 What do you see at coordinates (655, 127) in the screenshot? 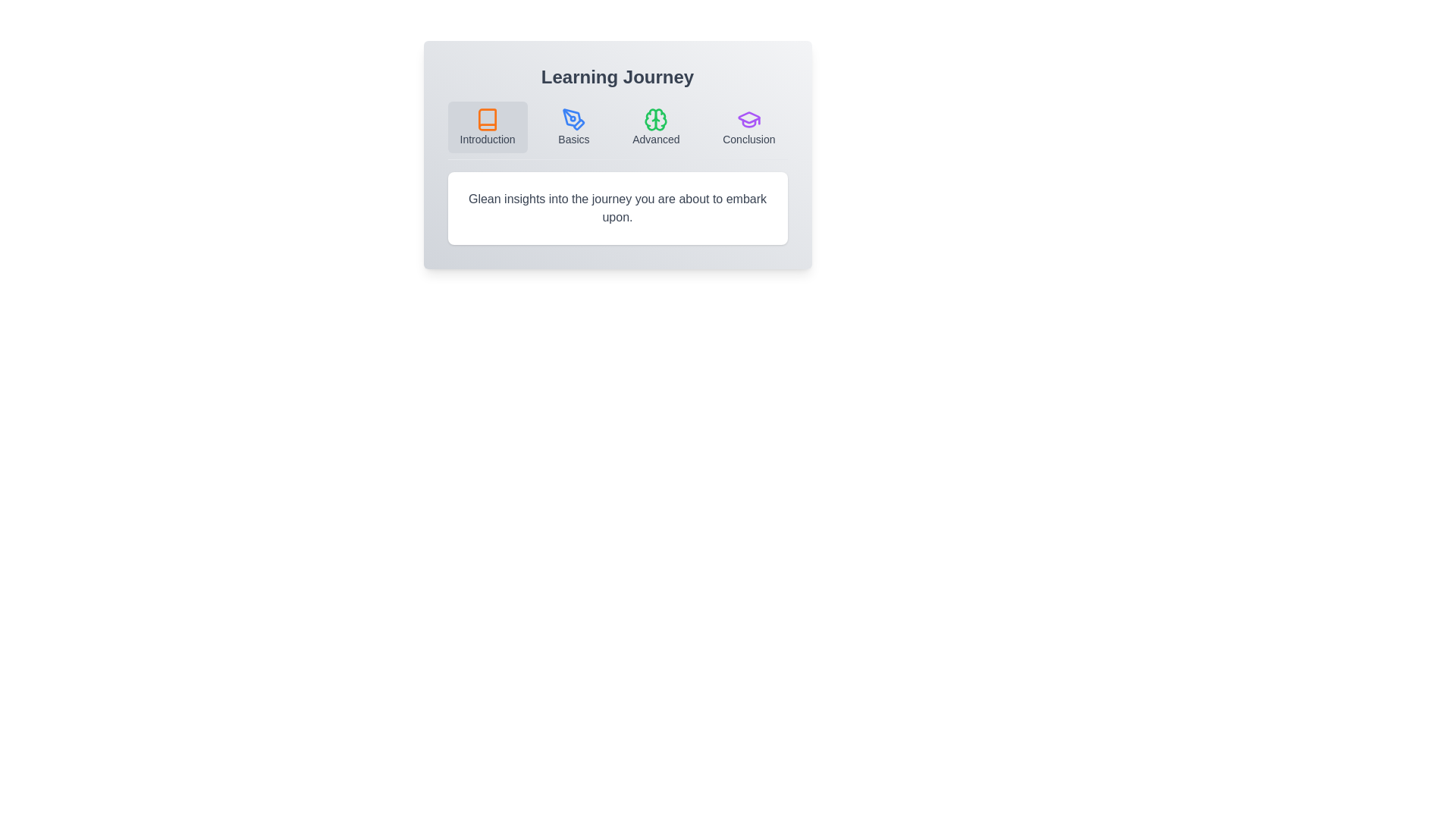
I see `the Advanced button to highlight it` at bounding box center [655, 127].